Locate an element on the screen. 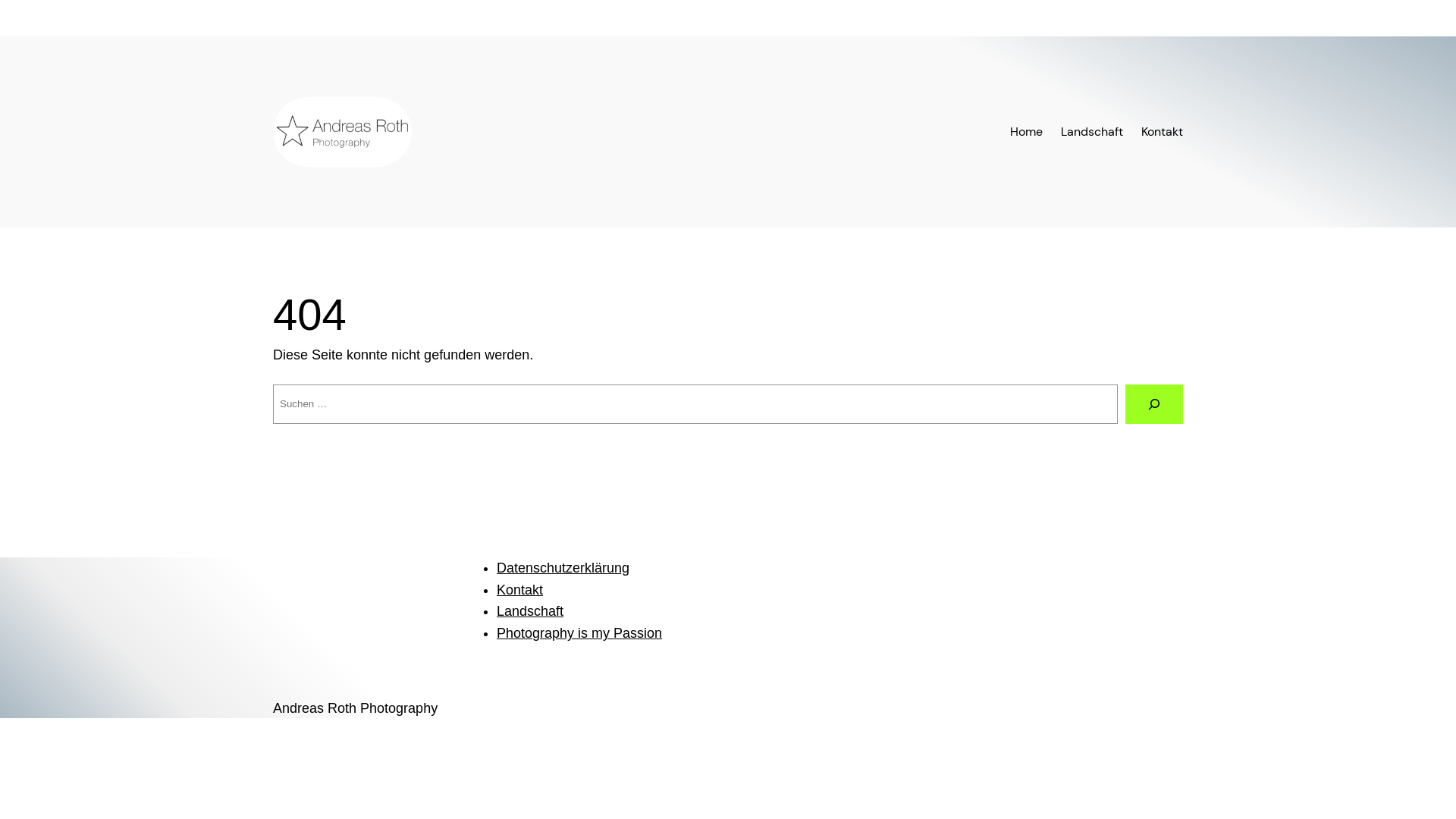  'Kontakt' is located at coordinates (1141, 130).